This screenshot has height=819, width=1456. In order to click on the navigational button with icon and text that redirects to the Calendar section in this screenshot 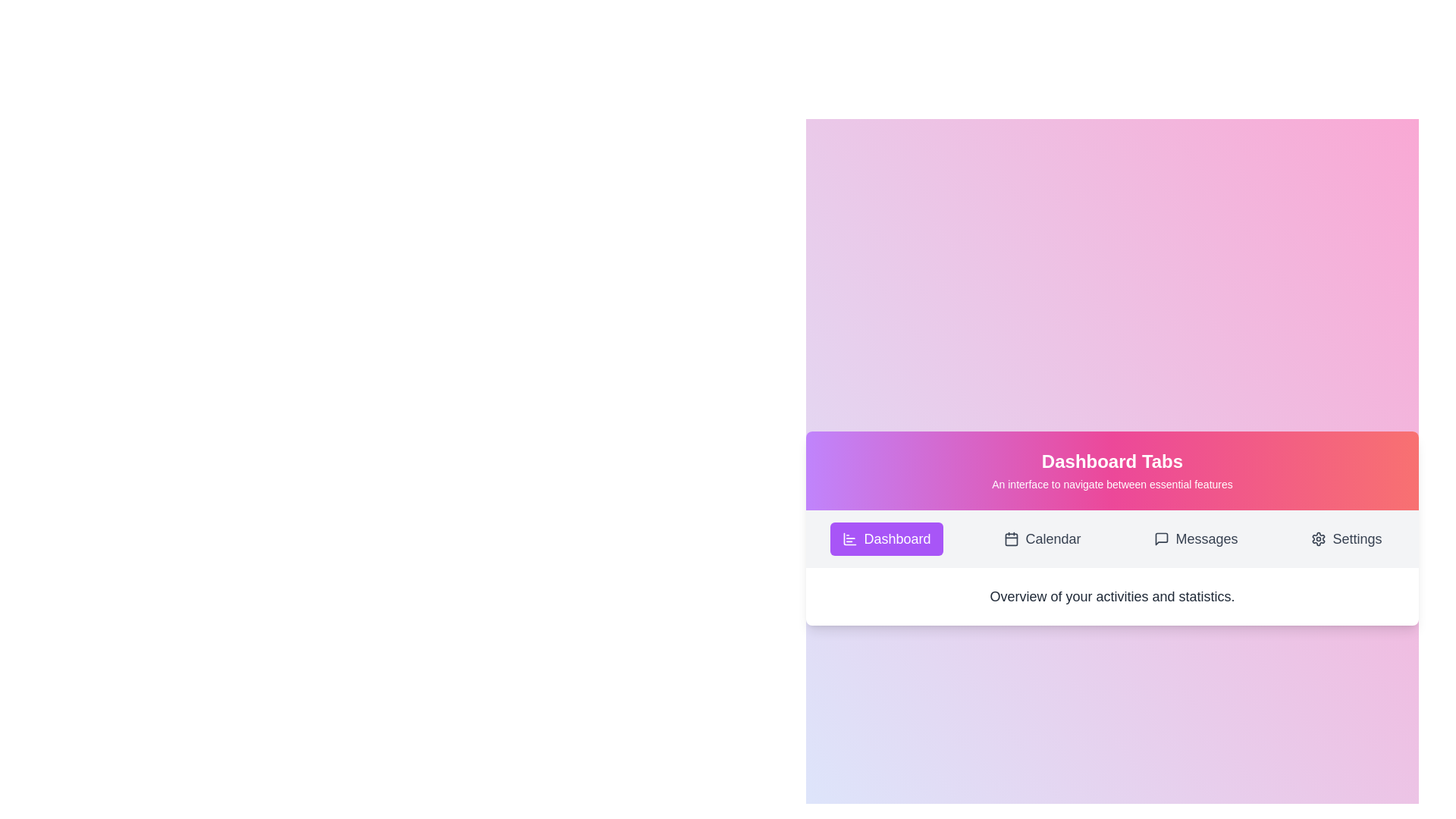, I will do `click(1041, 538)`.